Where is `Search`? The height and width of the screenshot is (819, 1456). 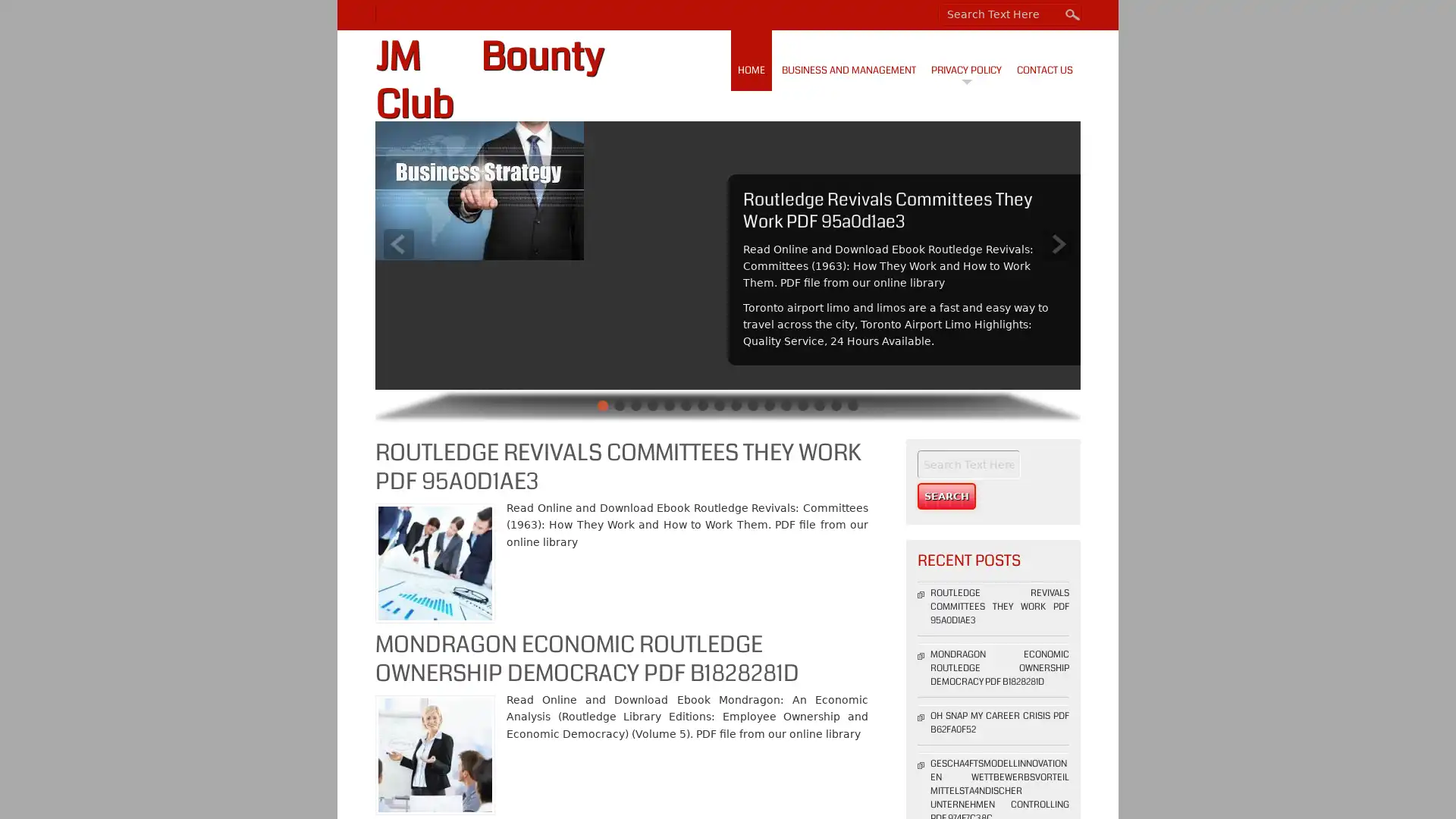 Search is located at coordinates (946, 496).